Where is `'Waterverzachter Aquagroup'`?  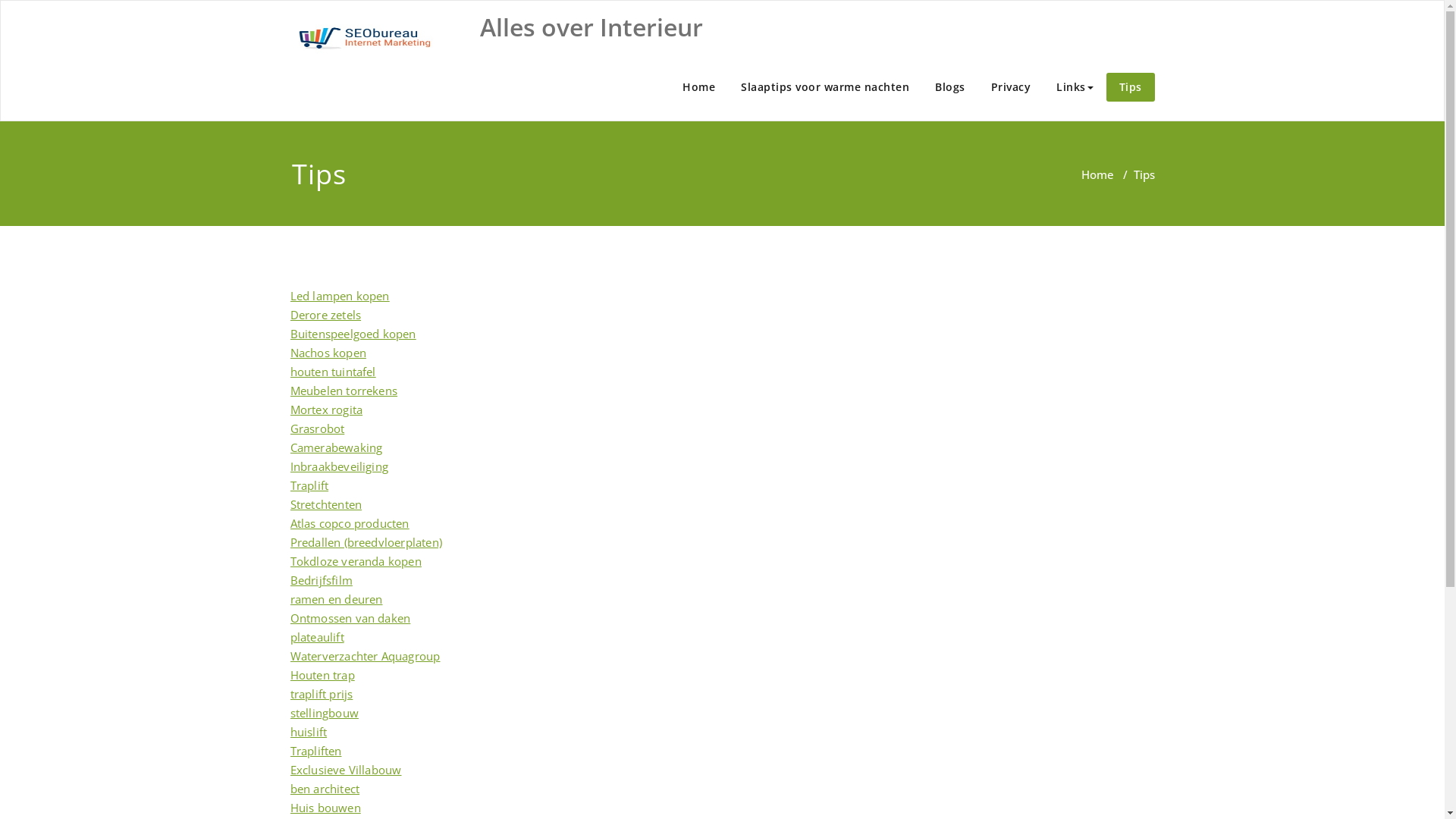
'Waterverzachter Aquagroup' is located at coordinates (290, 654).